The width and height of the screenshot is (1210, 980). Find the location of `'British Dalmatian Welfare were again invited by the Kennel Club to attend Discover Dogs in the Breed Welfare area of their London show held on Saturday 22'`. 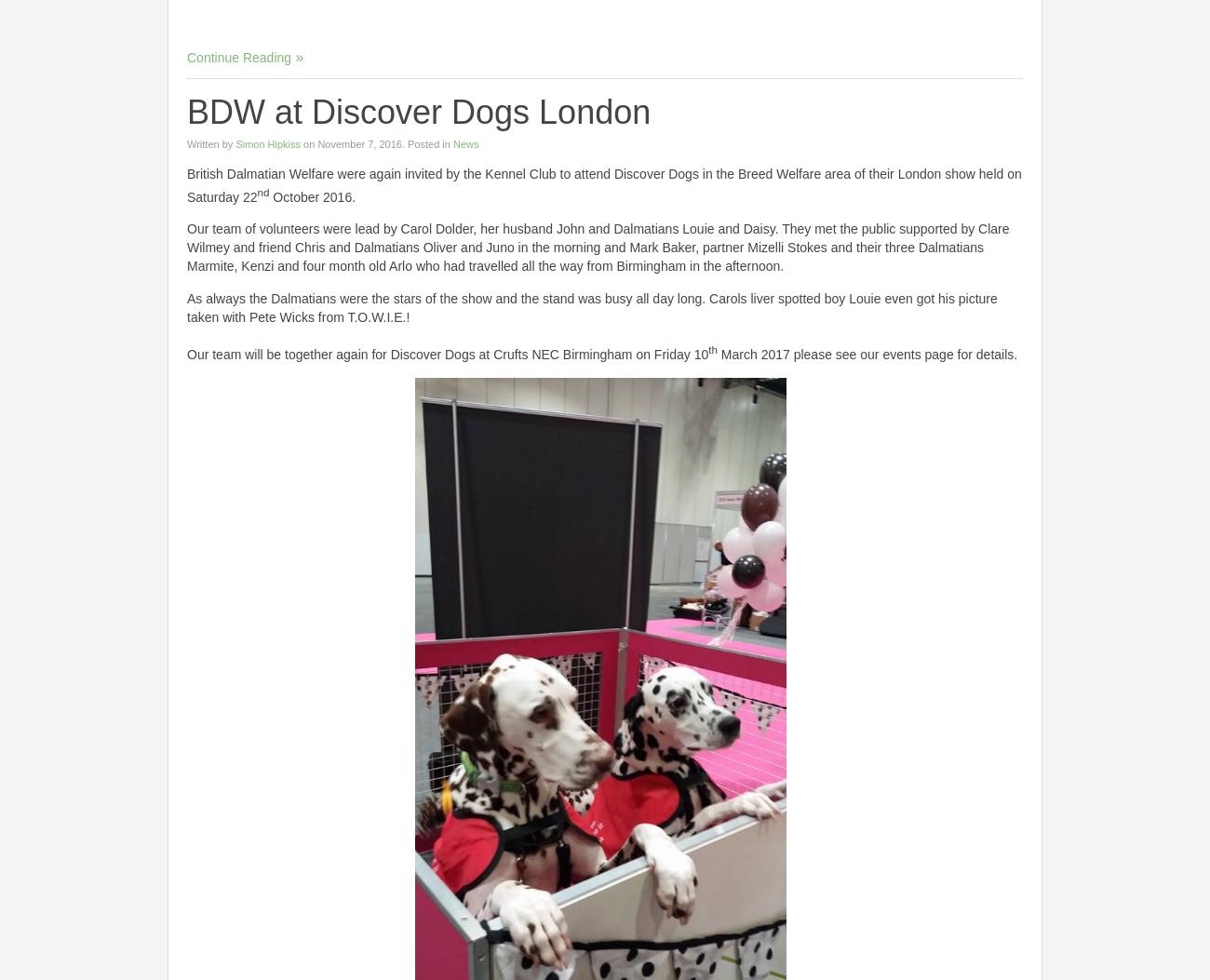

'British Dalmatian Welfare were again invited by the Kennel Club to attend Discover Dogs in the Breed Welfare area of their London show held on Saturday 22' is located at coordinates (603, 184).